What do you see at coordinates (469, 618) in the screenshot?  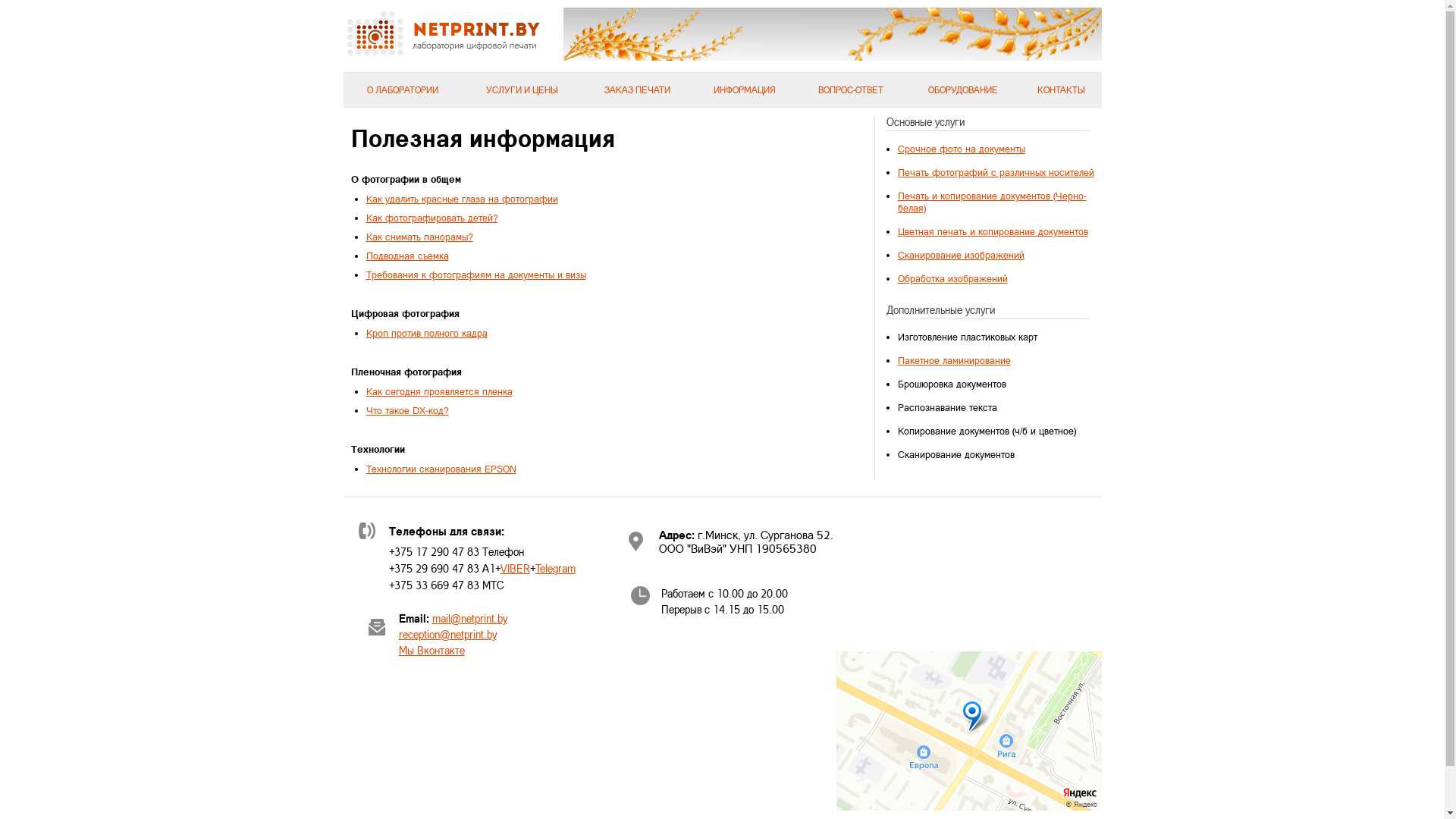 I see `'mail@netprint.by'` at bounding box center [469, 618].